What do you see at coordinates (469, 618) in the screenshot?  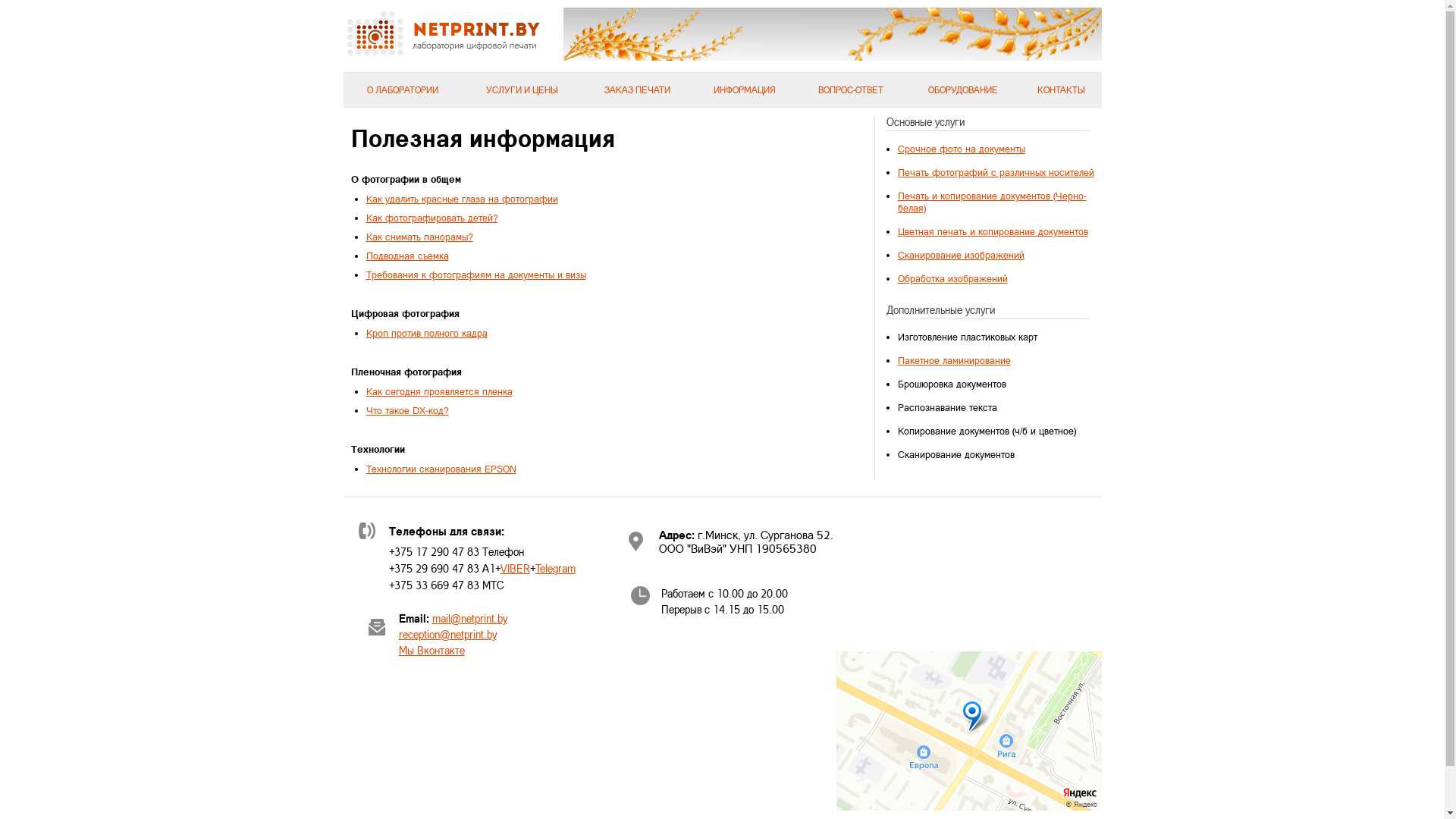 I see `'mail@netprint.by'` at bounding box center [469, 618].